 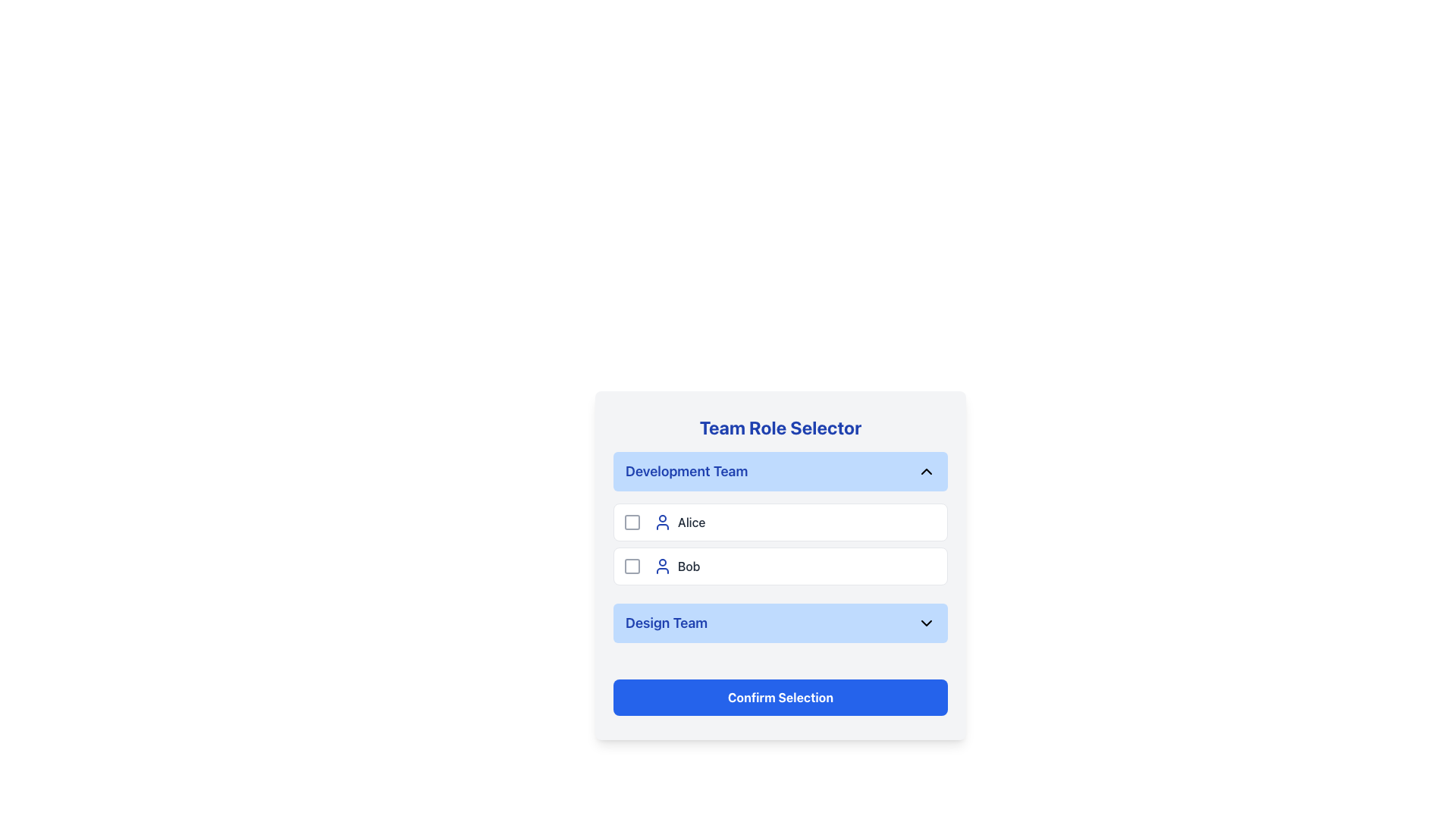 What do you see at coordinates (780, 565) in the screenshot?
I see `to select the list item labeled 'Bob' in the 'Development Team' section of the 'Team Role Selector'` at bounding box center [780, 565].